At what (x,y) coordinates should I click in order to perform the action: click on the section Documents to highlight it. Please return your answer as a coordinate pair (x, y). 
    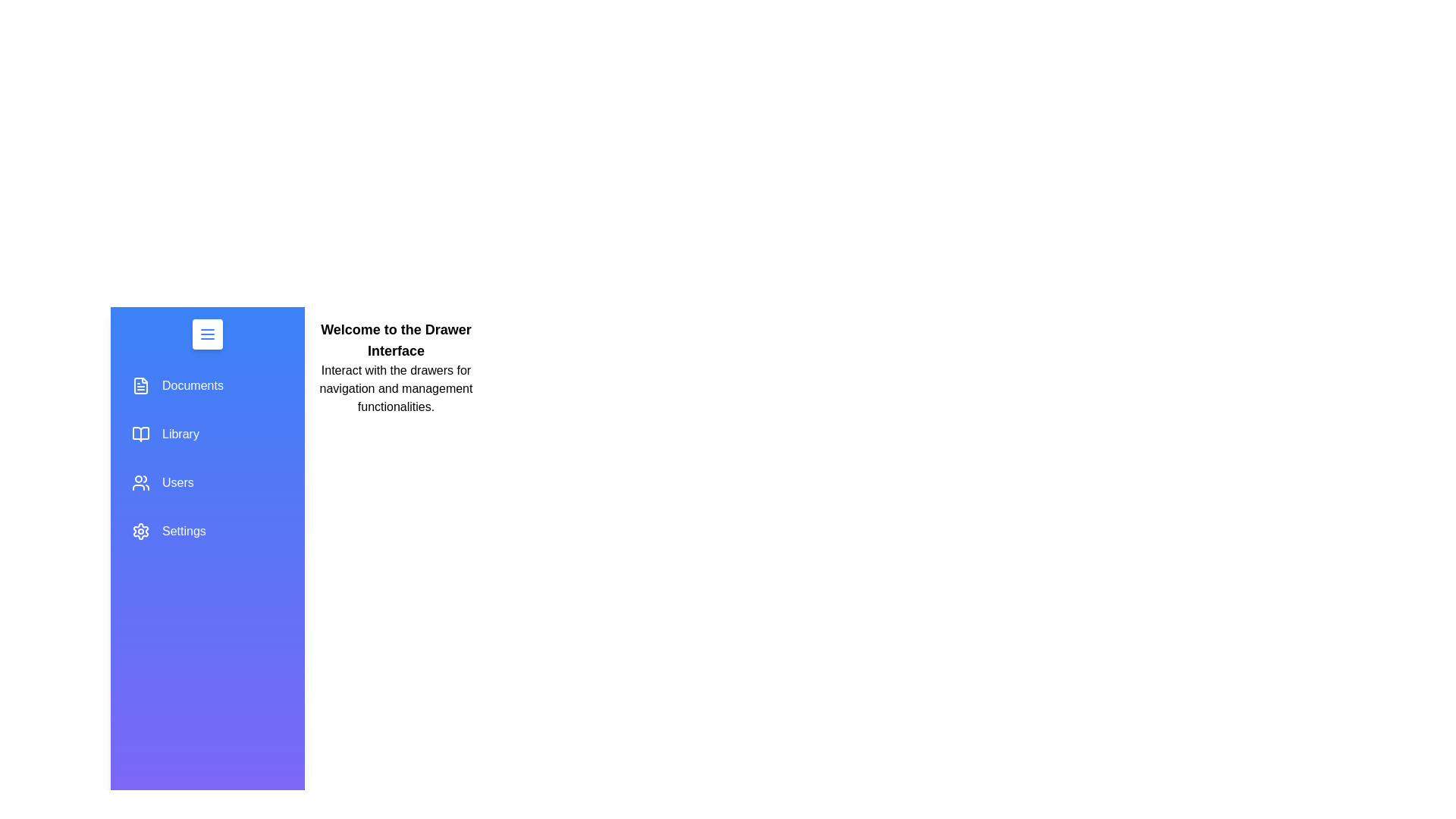
    Looking at the image, I should click on (206, 385).